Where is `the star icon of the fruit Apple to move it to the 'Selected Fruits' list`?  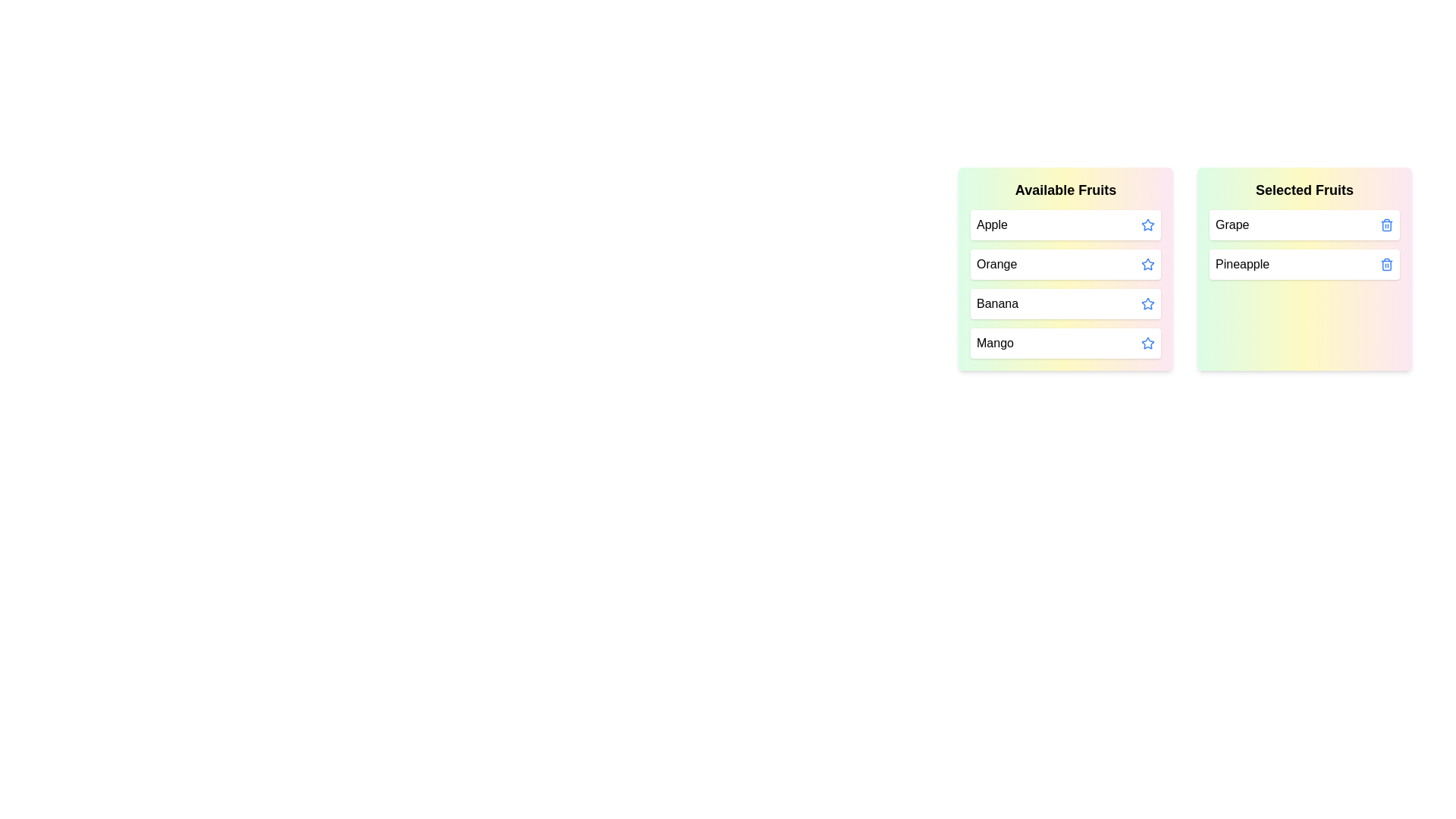
the star icon of the fruit Apple to move it to the 'Selected Fruits' list is located at coordinates (1147, 225).